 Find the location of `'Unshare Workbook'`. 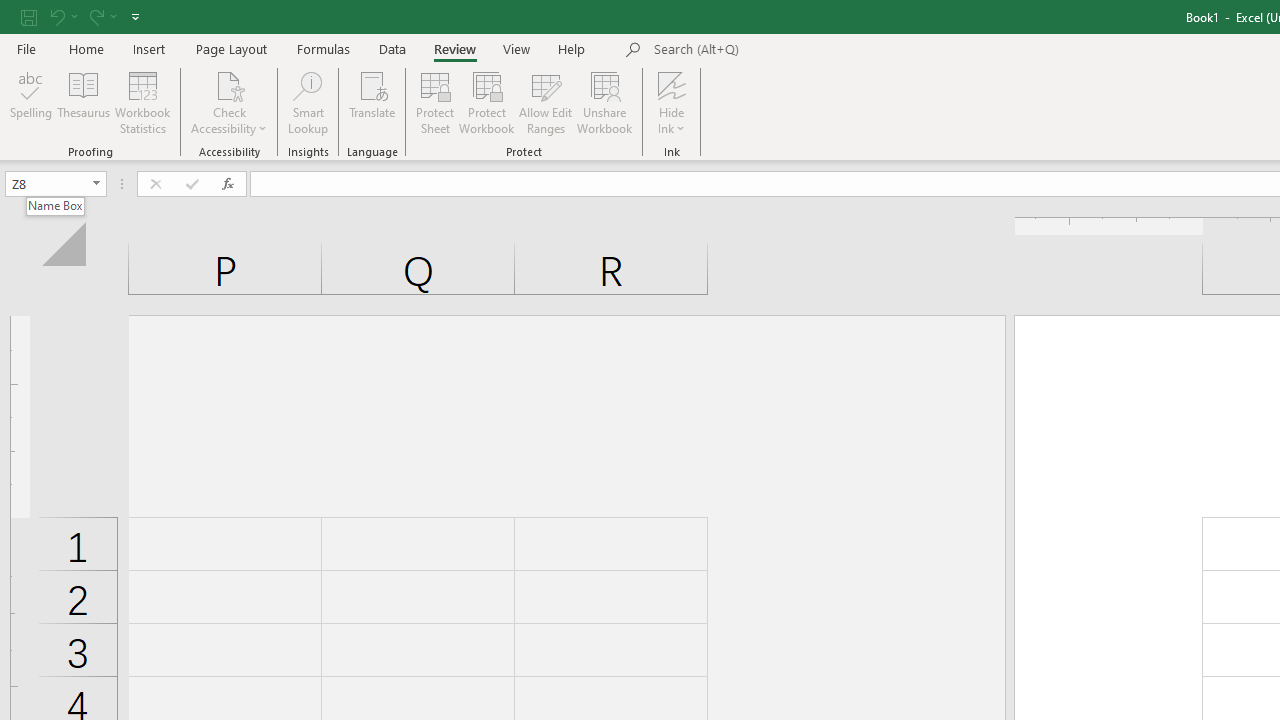

'Unshare Workbook' is located at coordinates (603, 103).